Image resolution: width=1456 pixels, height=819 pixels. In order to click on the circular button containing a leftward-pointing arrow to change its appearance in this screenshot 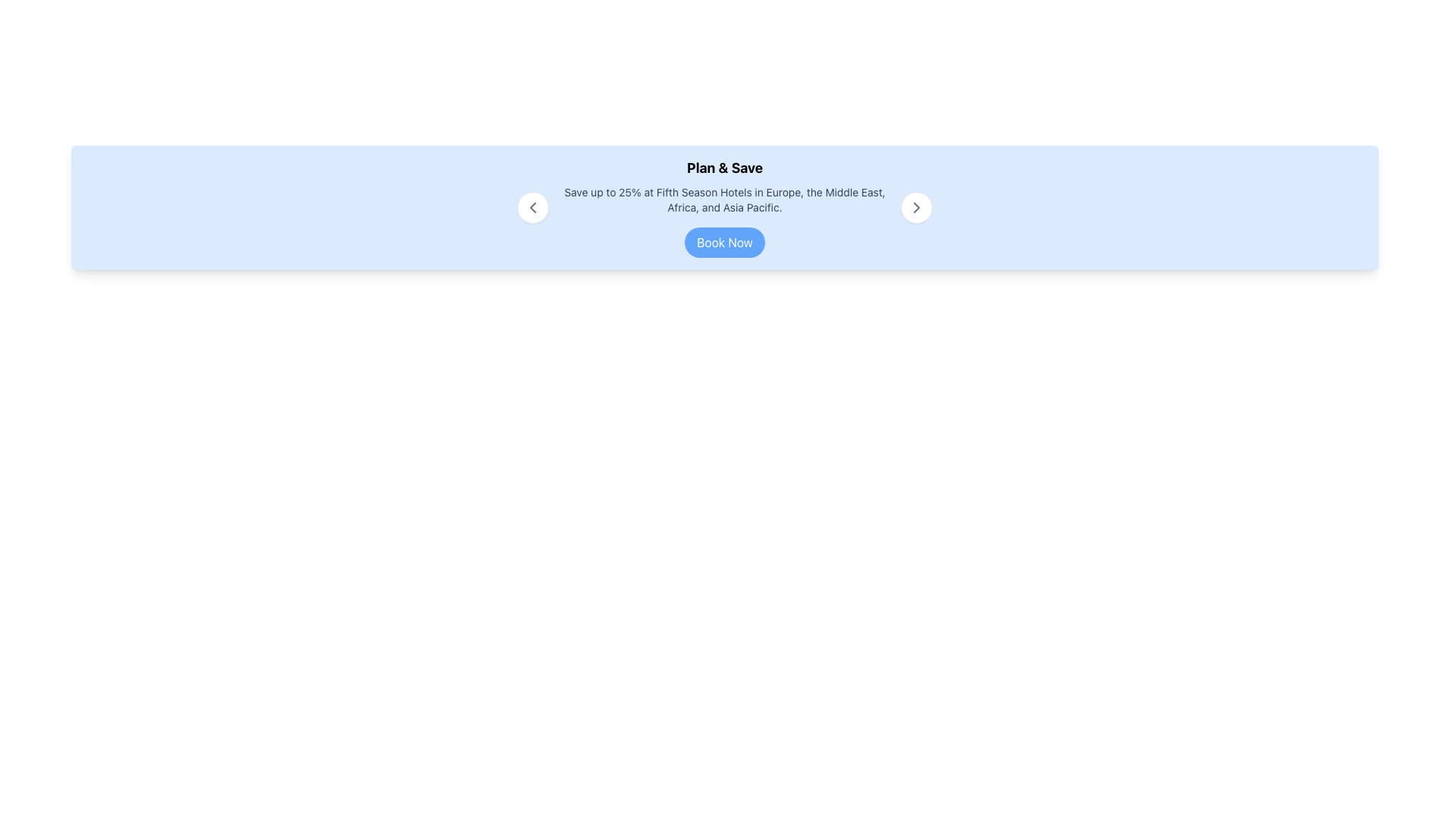, I will do `click(532, 207)`.